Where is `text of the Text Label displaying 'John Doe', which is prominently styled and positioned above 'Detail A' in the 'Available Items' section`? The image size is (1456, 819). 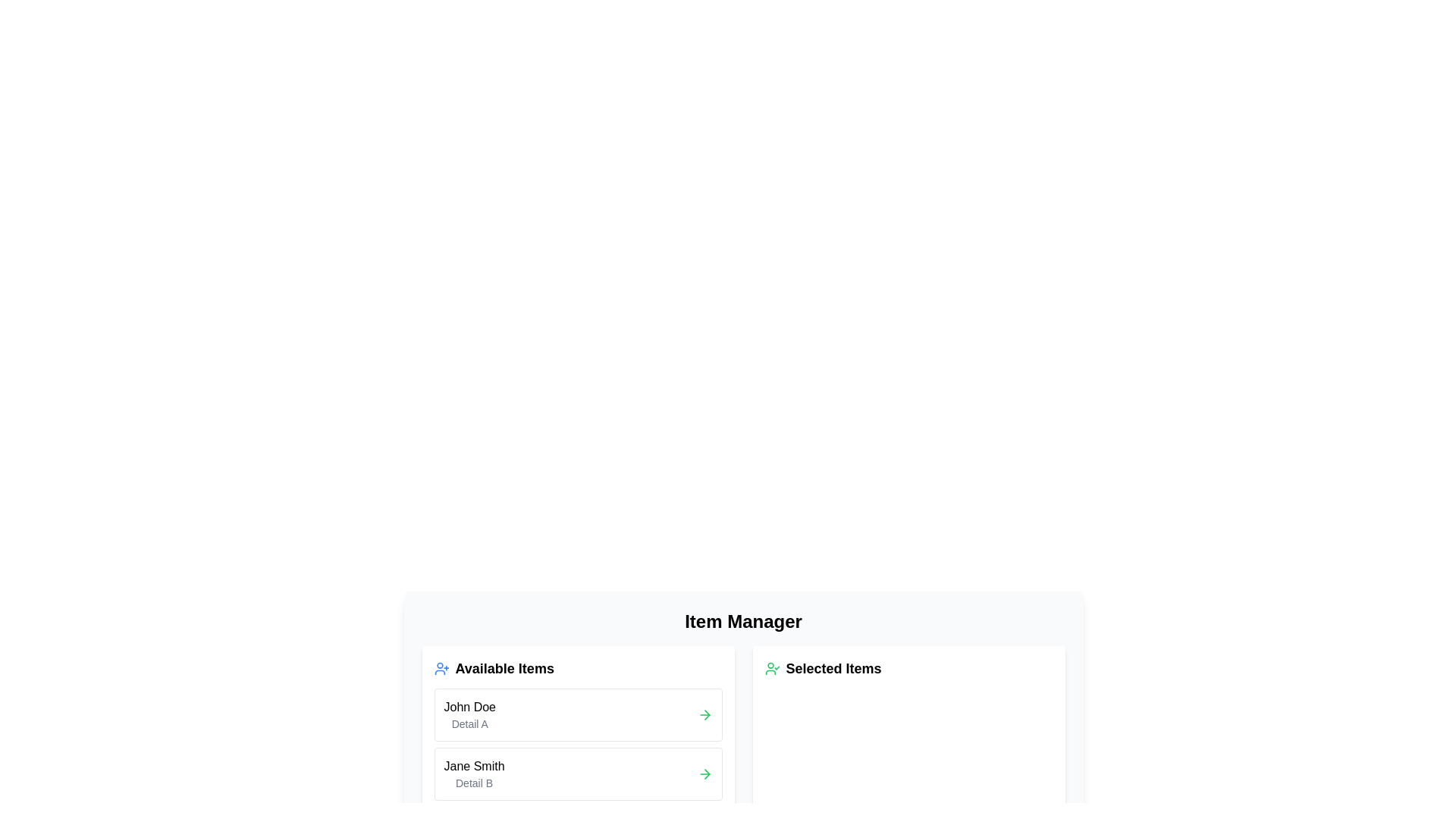 text of the Text Label displaying 'John Doe', which is prominently styled and positioned above 'Detail A' in the 'Available Items' section is located at coordinates (469, 708).